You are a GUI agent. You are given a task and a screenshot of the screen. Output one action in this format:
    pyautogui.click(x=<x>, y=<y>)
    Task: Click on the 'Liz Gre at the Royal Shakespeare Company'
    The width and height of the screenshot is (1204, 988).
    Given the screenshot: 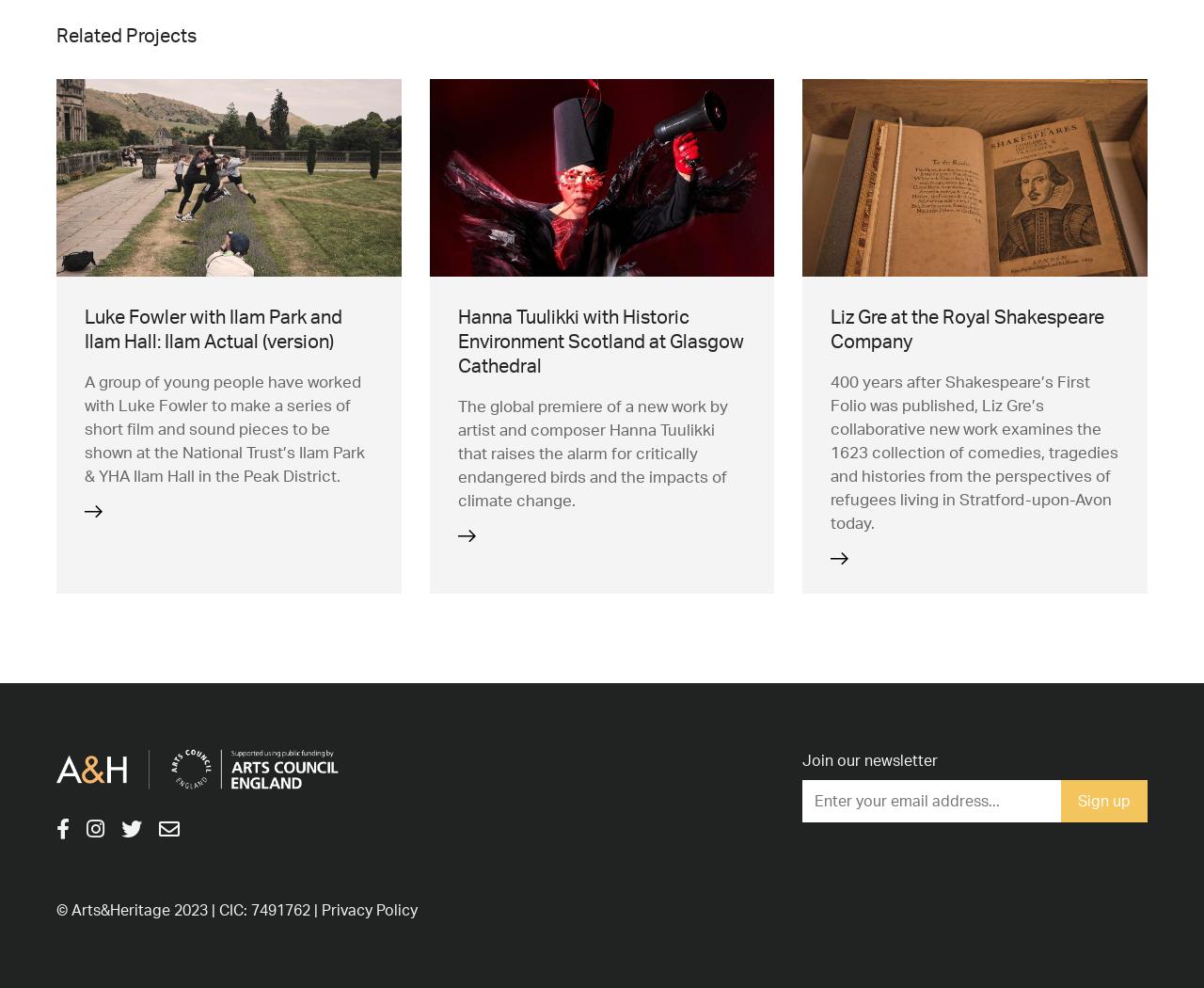 What is the action you would take?
    pyautogui.click(x=967, y=327)
    